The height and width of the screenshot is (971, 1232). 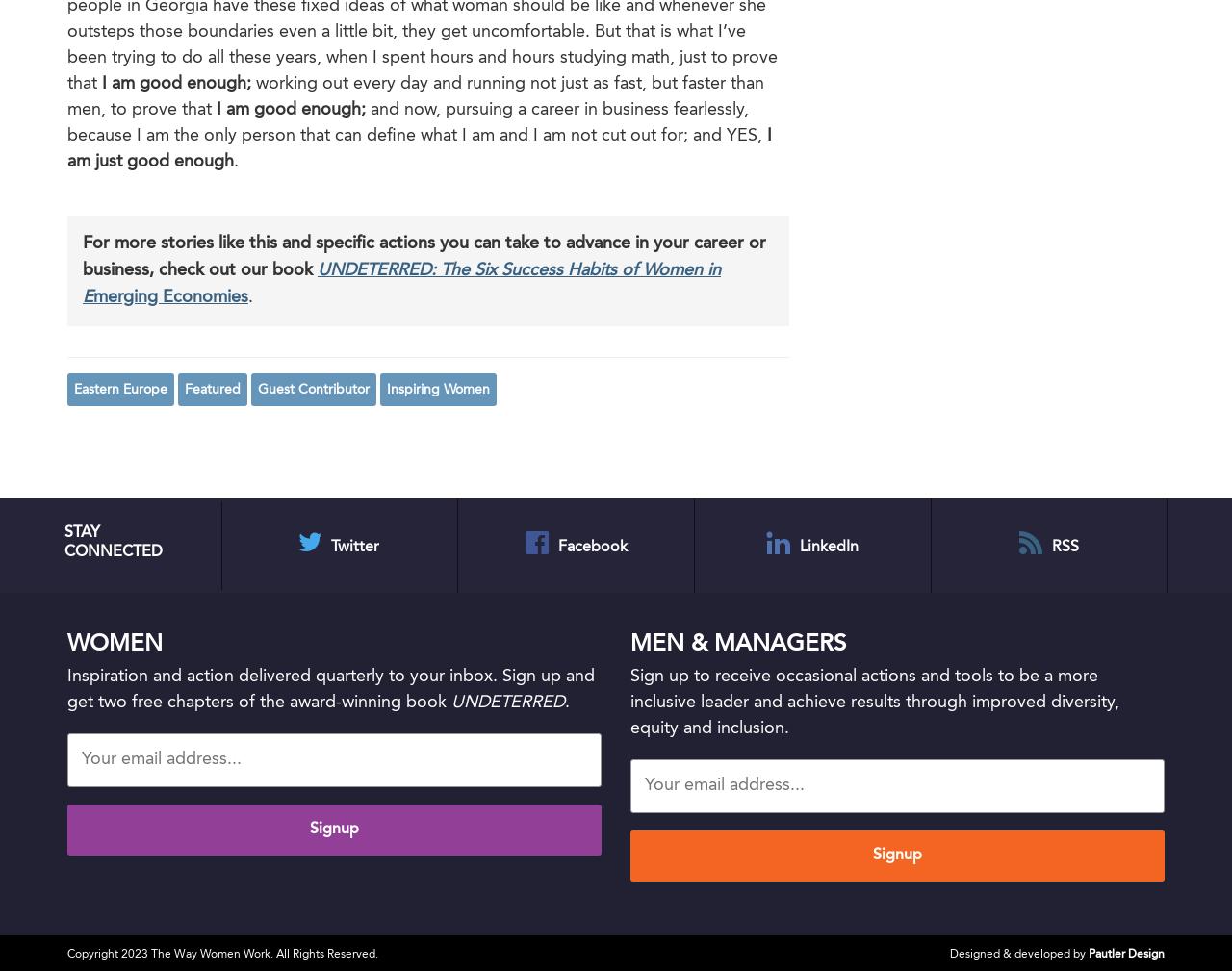 What do you see at coordinates (736, 644) in the screenshot?
I see `'Men & Managers'` at bounding box center [736, 644].